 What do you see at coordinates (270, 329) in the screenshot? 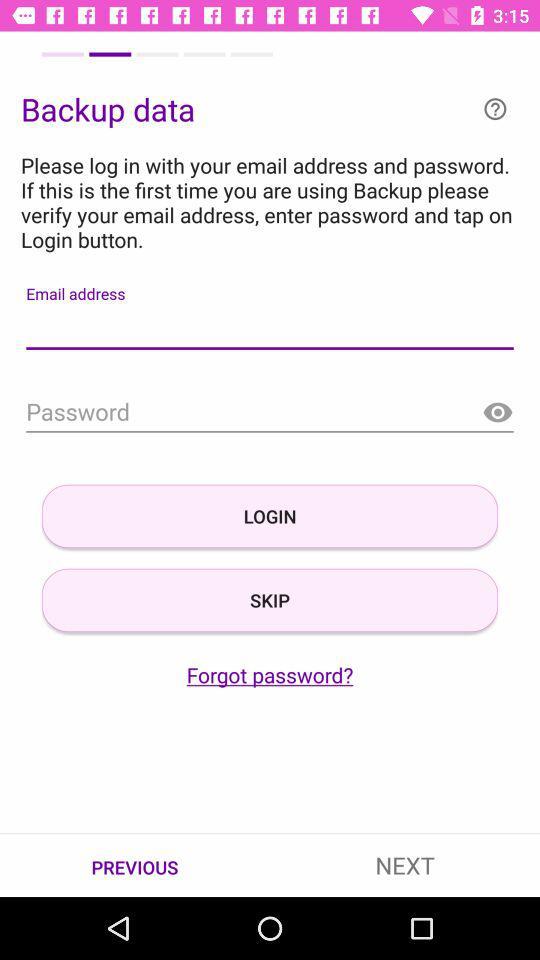
I see `email address` at bounding box center [270, 329].